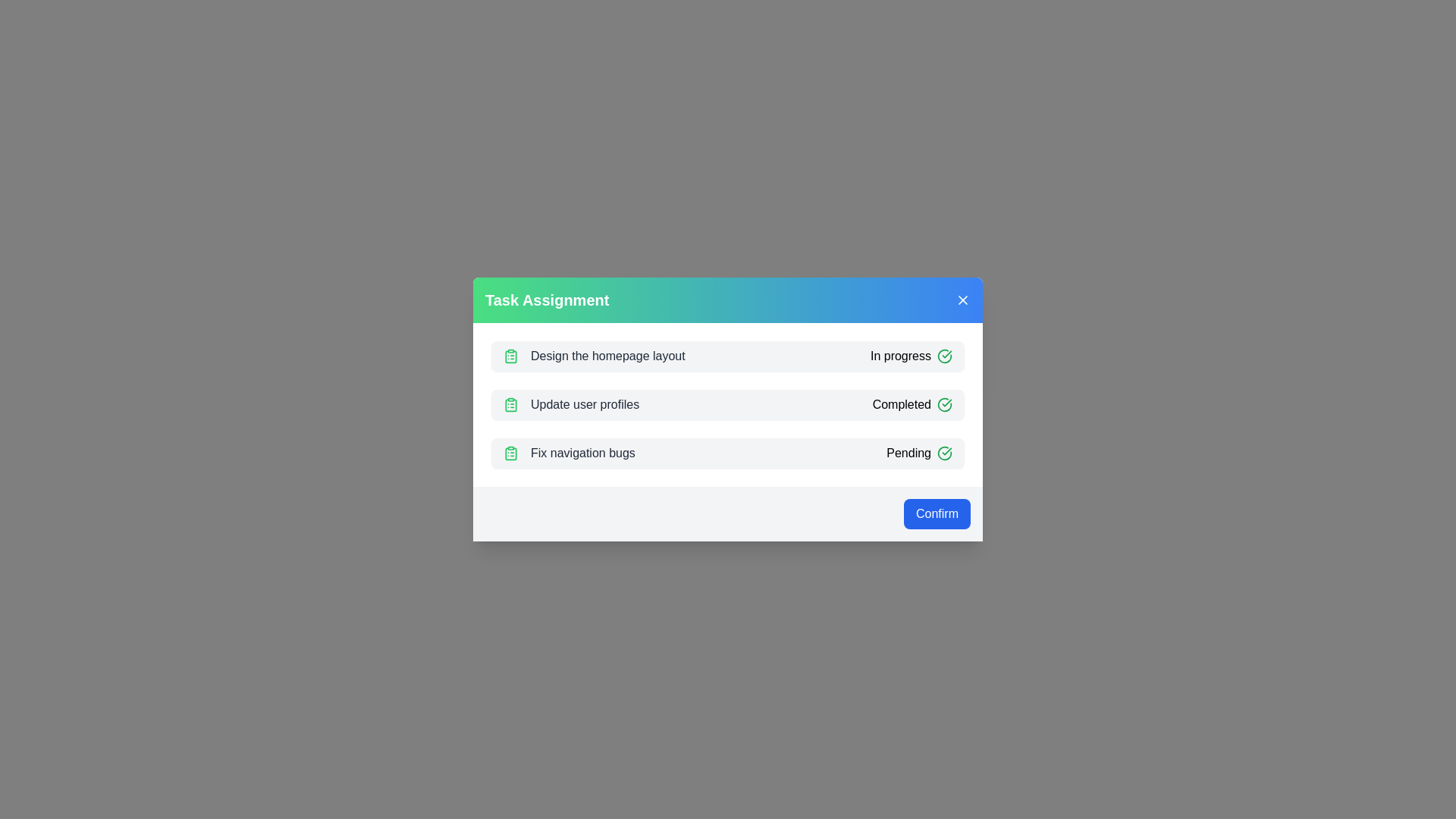 The height and width of the screenshot is (819, 1456). What do you see at coordinates (728, 452) in the screenshot?
I see `the dot for additional actions associated with the task item 'Fix navigation bugs' in the task management modal` at bounding box center [728, 452].